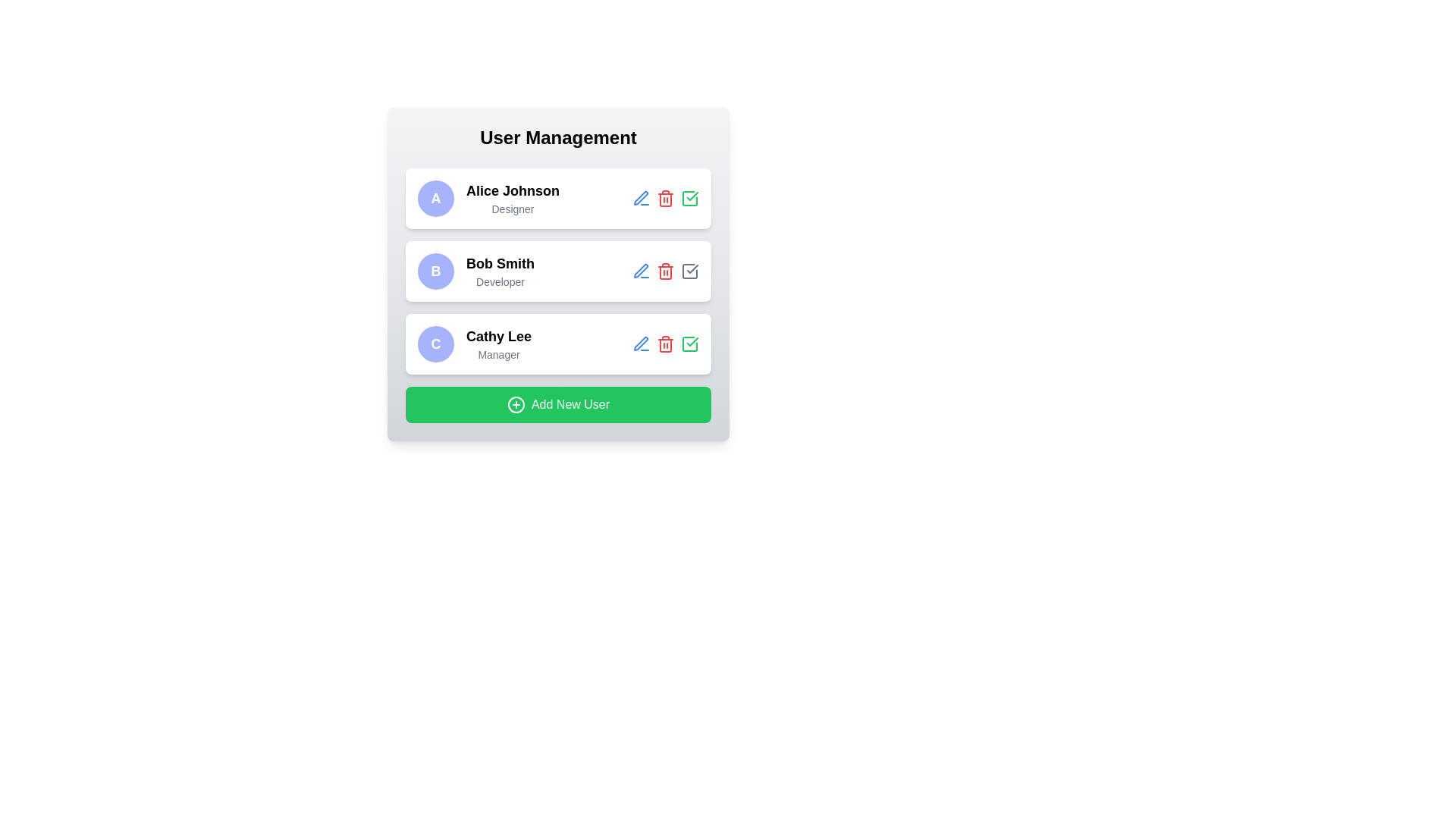 This screenshot has width=1456, height=819. I want to click on the second icon from the left in the User Management list associated with the Alice Johnson Designer entry, so click(666, 198).